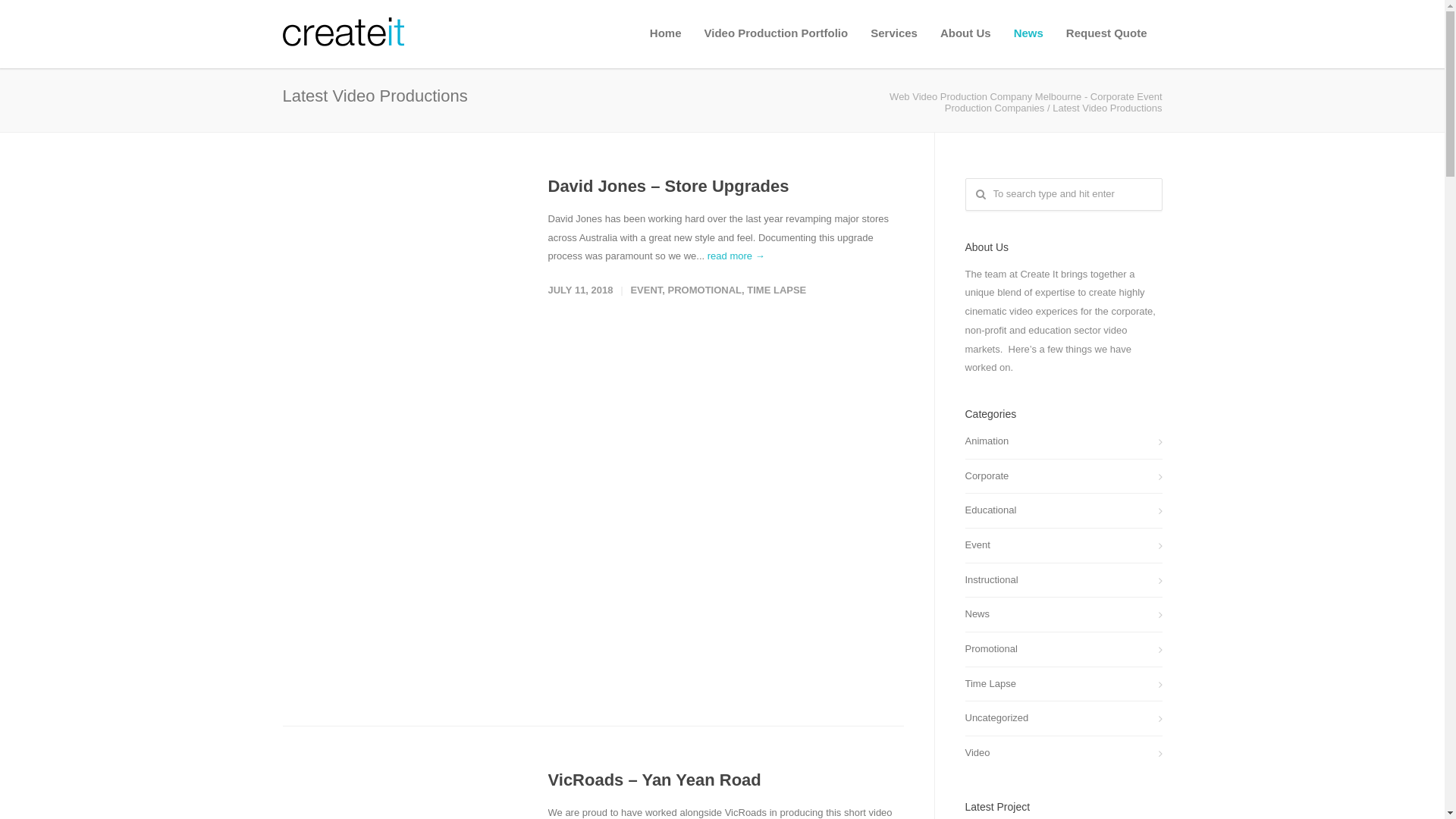  Describe the element at coordinates (282, 425) in the screenshot. I see `'David Jones - West Lakes'` at that location.